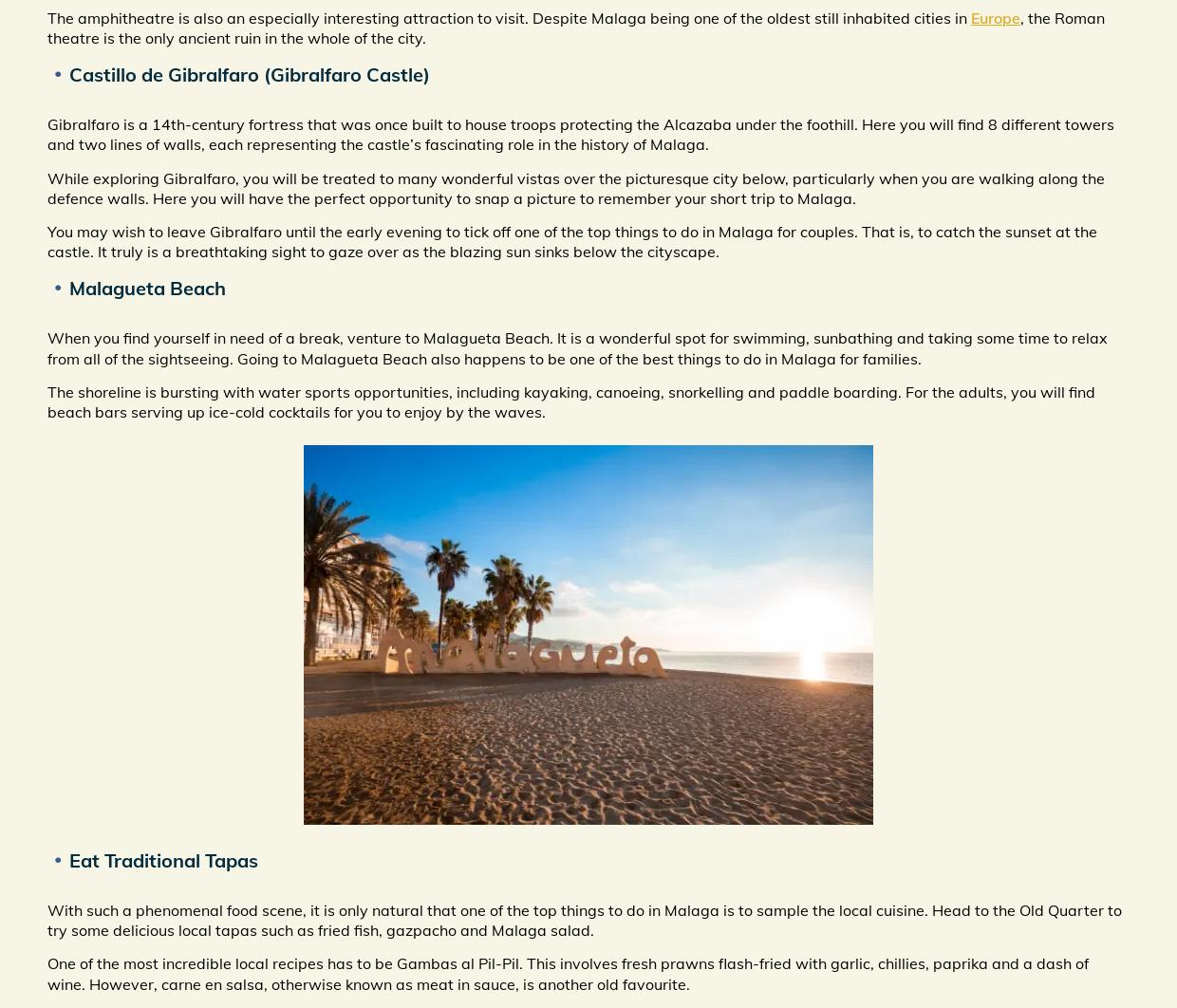 The width and height of the screenshot is (1177, 1008). I want to click on 'You may wish to leave Gibralfaro until the early evening to tick off one of the top things to do in Malaga for couples. That is, to catch the sunset at the castle. It truly is a breathtaking sight to gaze over as the blazing sun sinks below the cityscape.', so click(572, 241).